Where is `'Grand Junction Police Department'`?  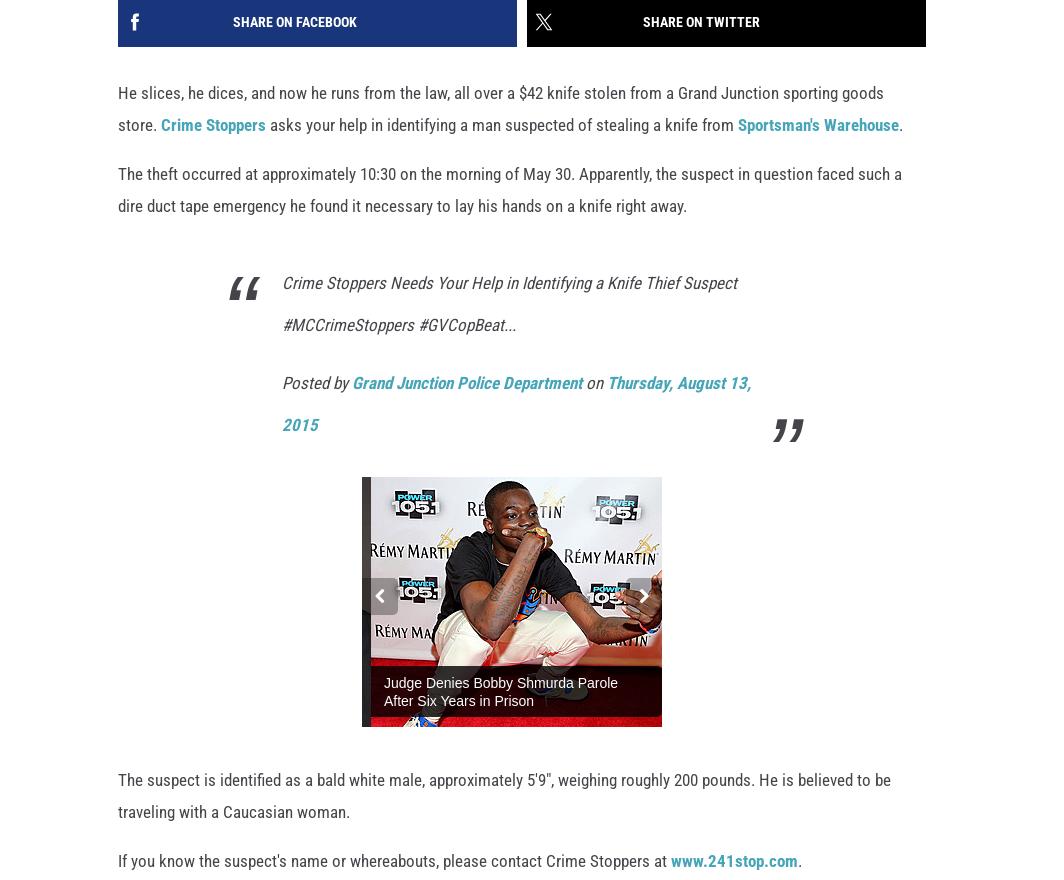 'Grand Junction Police Department' is located at coordinates (351, 383).